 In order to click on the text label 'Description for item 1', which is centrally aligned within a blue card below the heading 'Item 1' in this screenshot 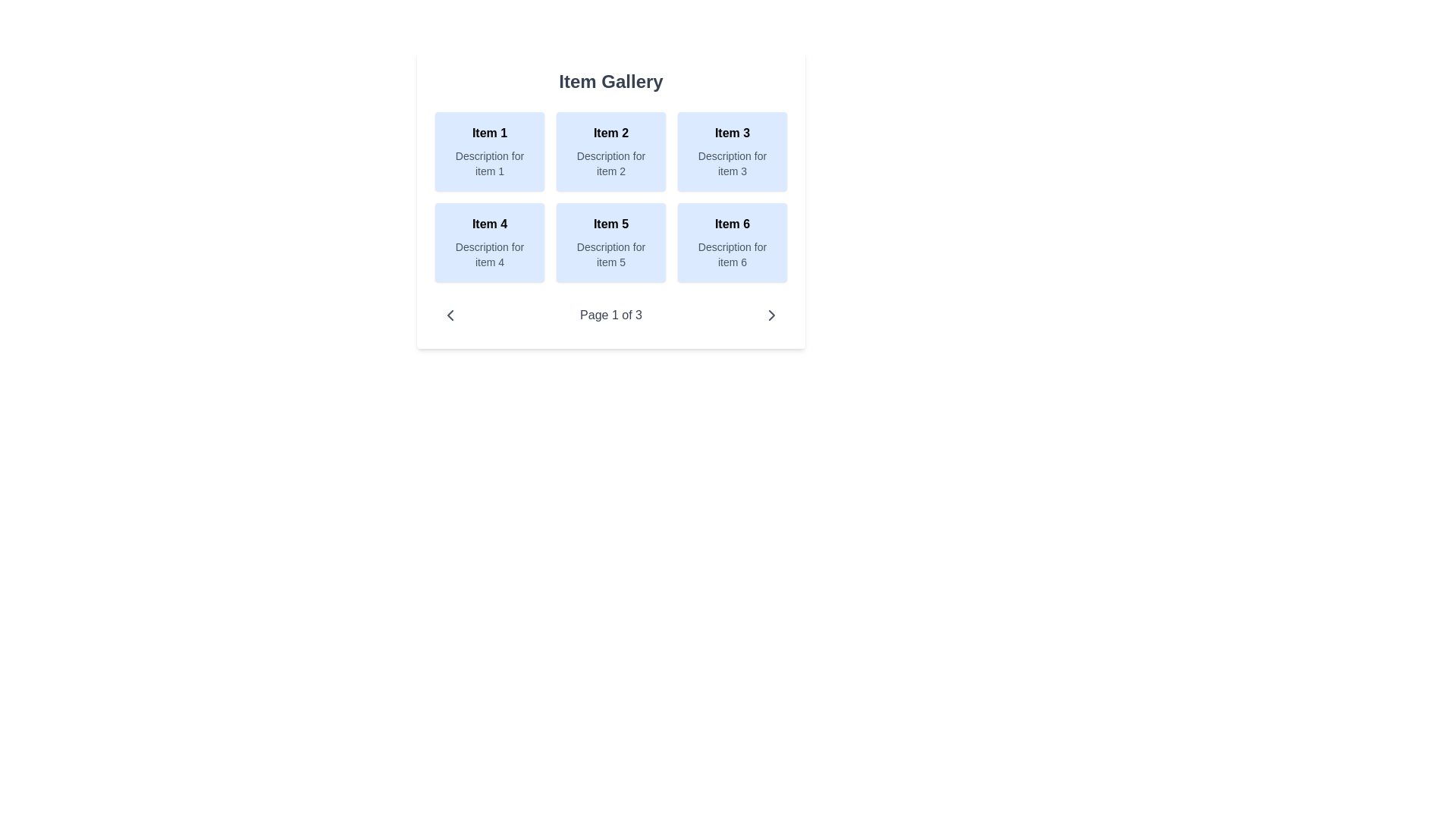, I will do `click(490, 164)`.